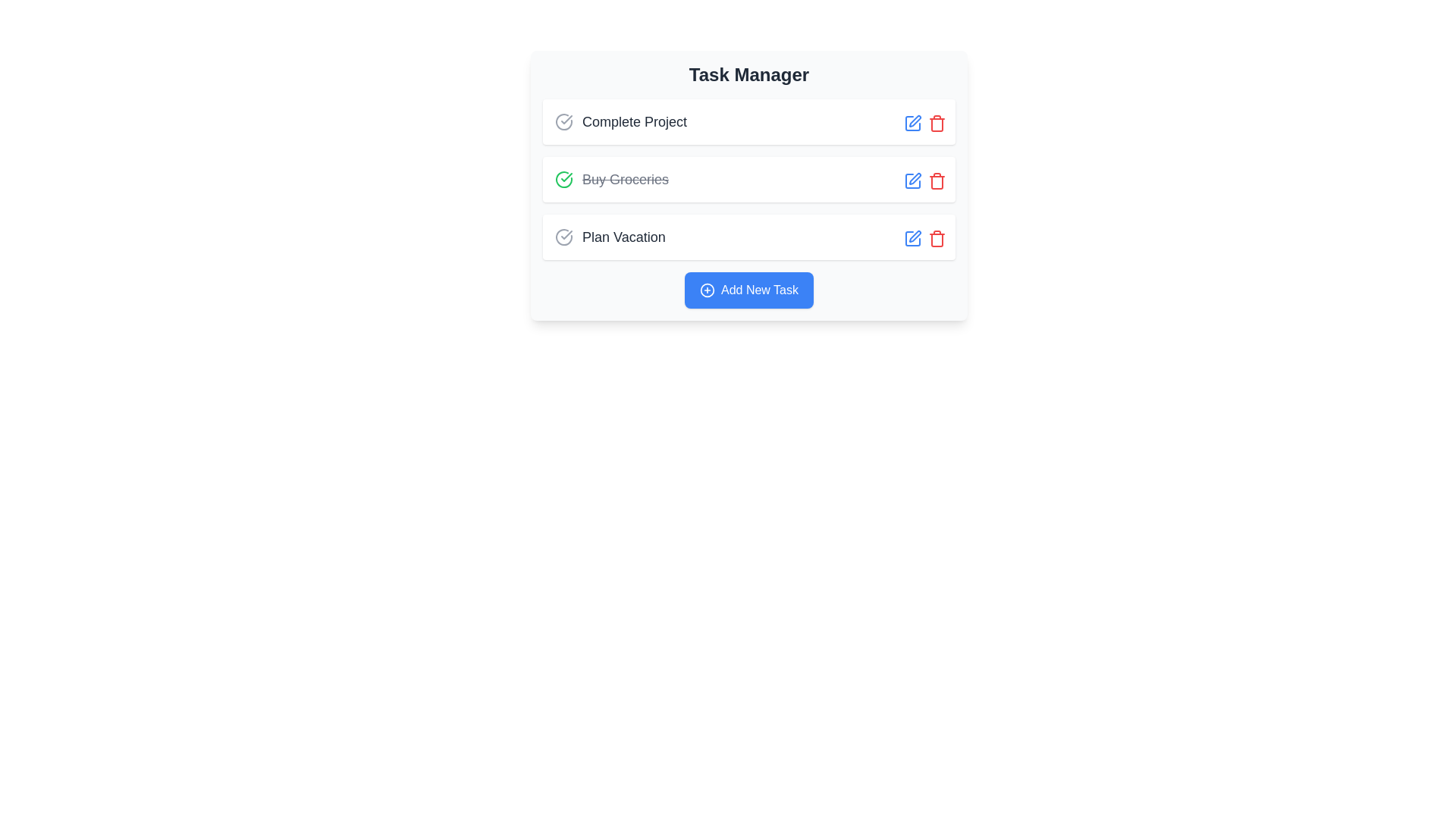 The image size is (1456, 819). What do you see at coordinates (934, 178) in the screenshot?
I see `the delete button icon located at the far-right side of the 'Buy Groceries' task item` at bounding box center [934, 178].